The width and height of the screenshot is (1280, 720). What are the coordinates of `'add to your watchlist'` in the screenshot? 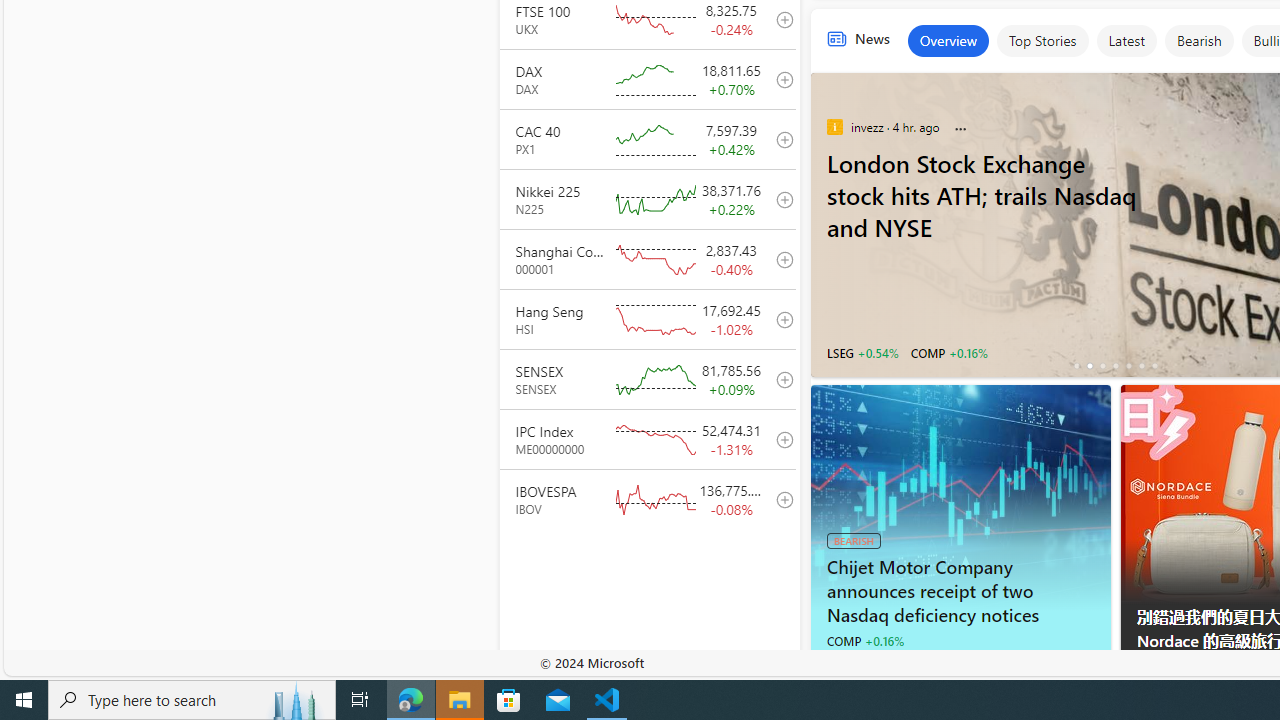 It's located at (778, 498).